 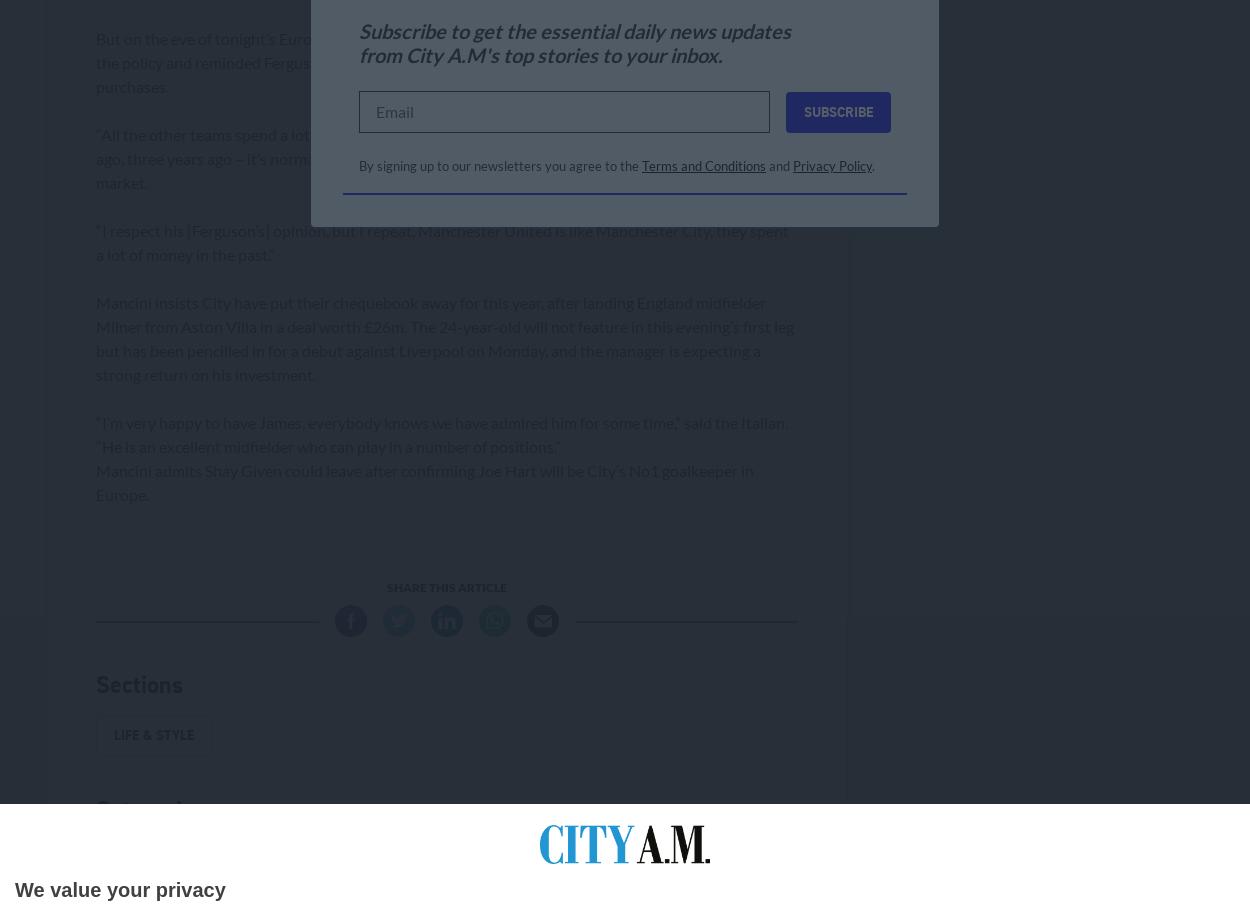 I want to click on 'Mancini insists City have put their chequebook away for this year, after landing England midfielder Milner from Aston Villa in a deal worth £26m. The 24-year-old will not feature in this evening’s first leg but has been pencilled in for a debut against Liverpool on Monday, and the manager is expecting a strong return on his investment.', so click(x=444, y=336).